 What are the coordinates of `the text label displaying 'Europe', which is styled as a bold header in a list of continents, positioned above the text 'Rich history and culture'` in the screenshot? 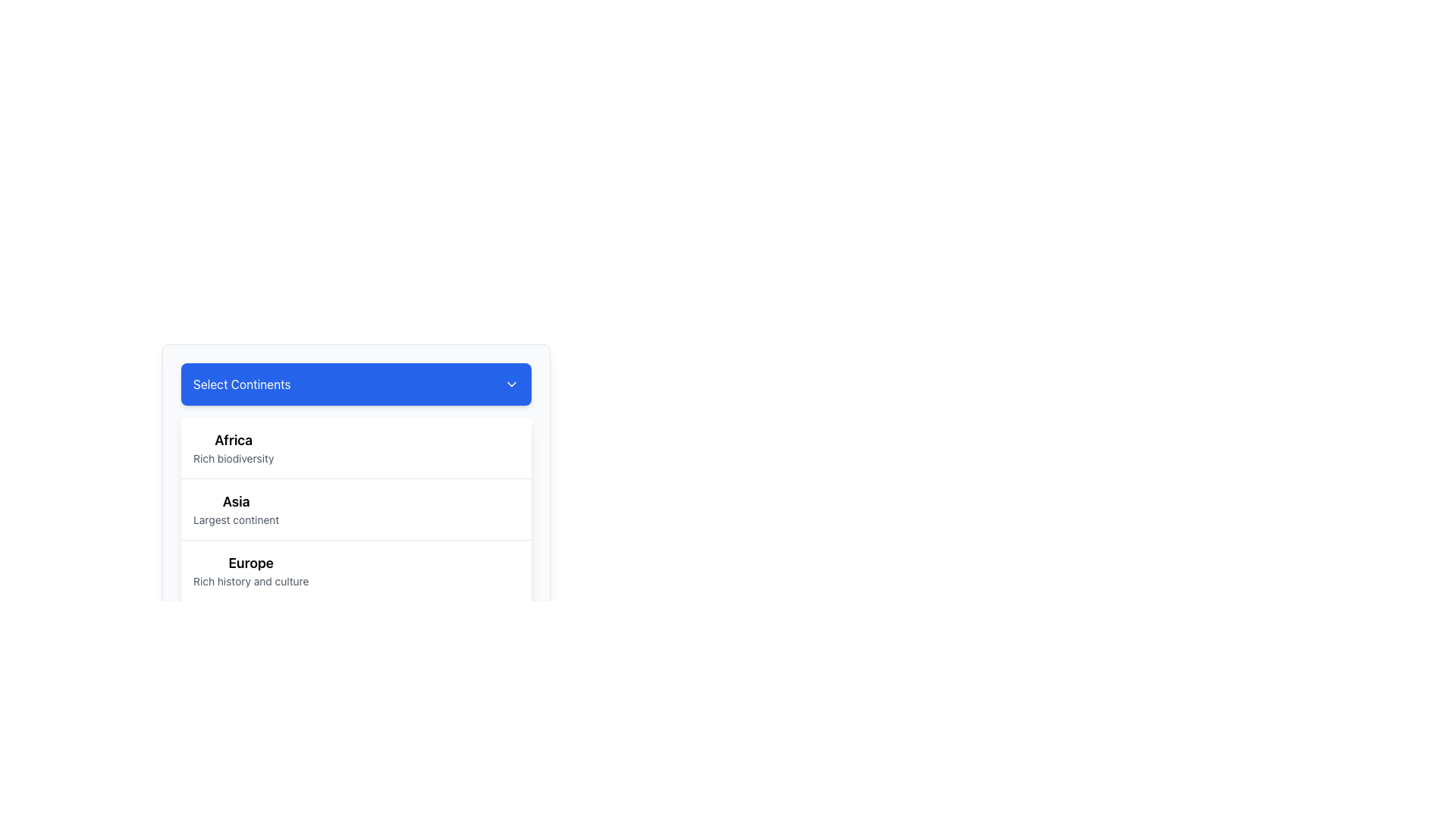 It's located at (251, 563).